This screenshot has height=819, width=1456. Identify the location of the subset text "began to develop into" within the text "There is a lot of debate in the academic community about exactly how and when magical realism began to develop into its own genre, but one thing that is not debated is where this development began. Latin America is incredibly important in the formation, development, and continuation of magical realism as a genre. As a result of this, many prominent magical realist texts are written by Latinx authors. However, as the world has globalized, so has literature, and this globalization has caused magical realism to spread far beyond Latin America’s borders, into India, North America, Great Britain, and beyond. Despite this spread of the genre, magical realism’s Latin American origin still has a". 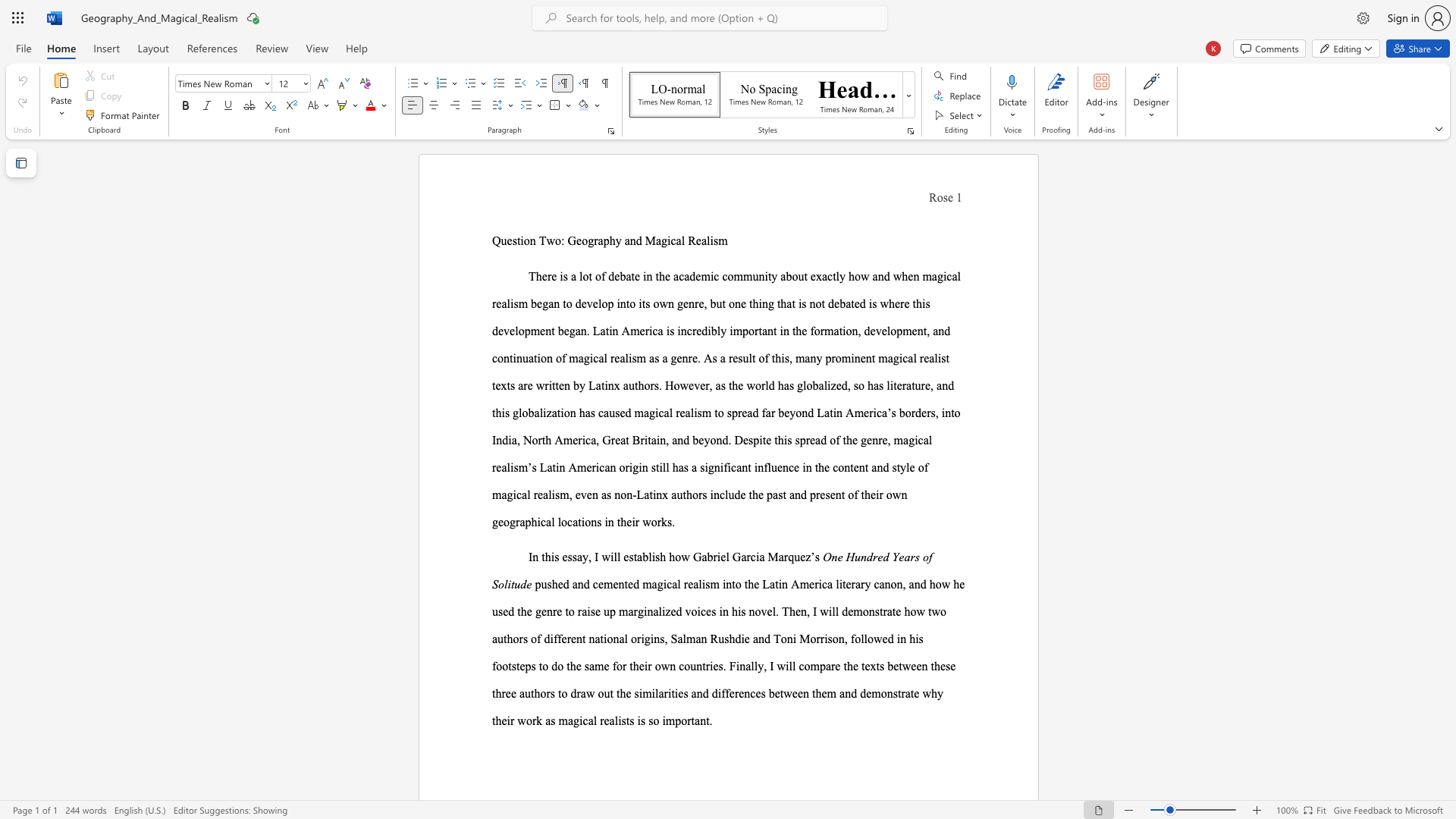
(531, 303).